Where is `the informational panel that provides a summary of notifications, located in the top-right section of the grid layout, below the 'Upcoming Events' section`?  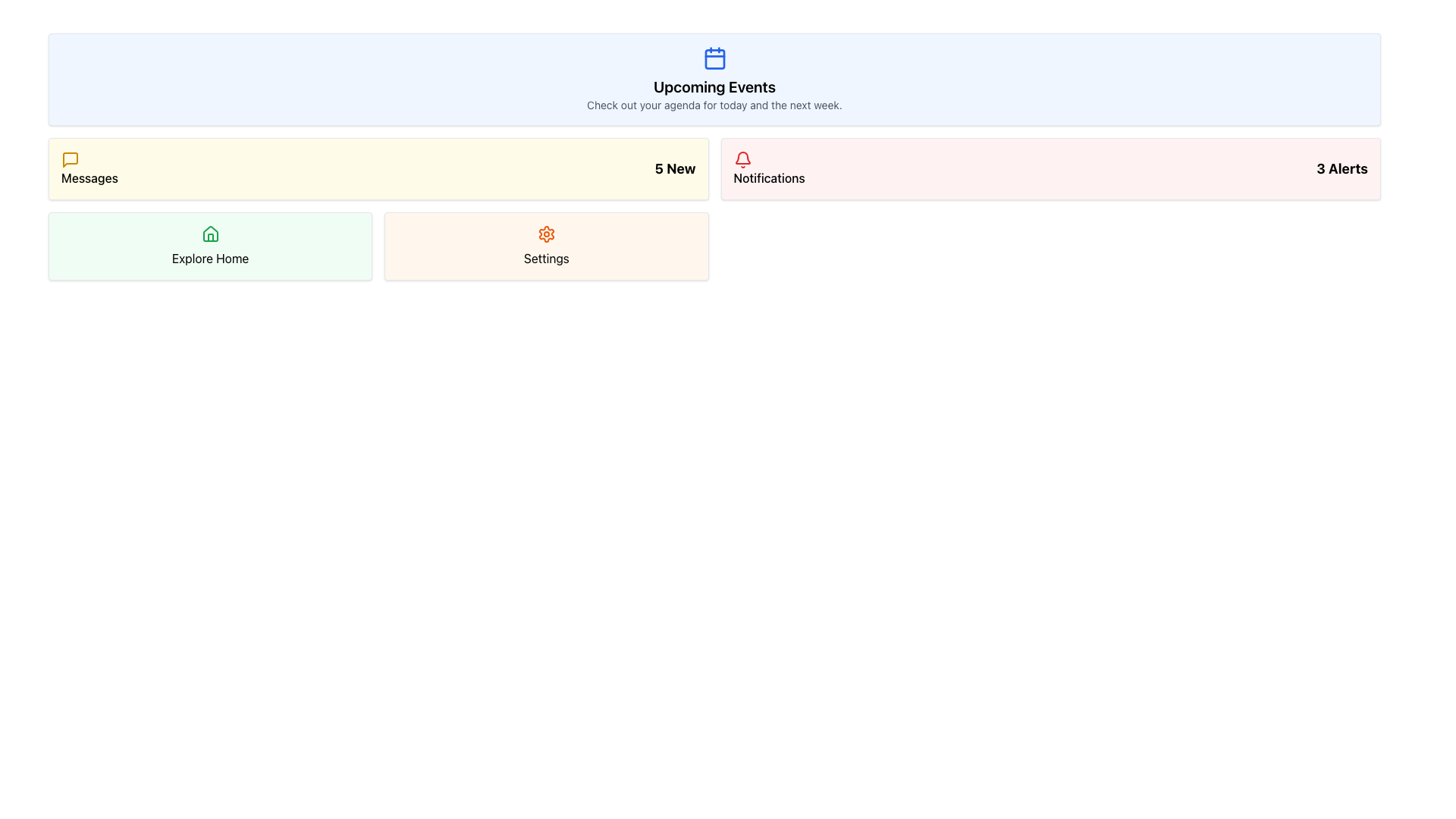
the informational panel that provides a summary of notifications, located in the top-right section of the grid layout, below the 'Upcoming Events' section is located at coordinates (1050, 169).